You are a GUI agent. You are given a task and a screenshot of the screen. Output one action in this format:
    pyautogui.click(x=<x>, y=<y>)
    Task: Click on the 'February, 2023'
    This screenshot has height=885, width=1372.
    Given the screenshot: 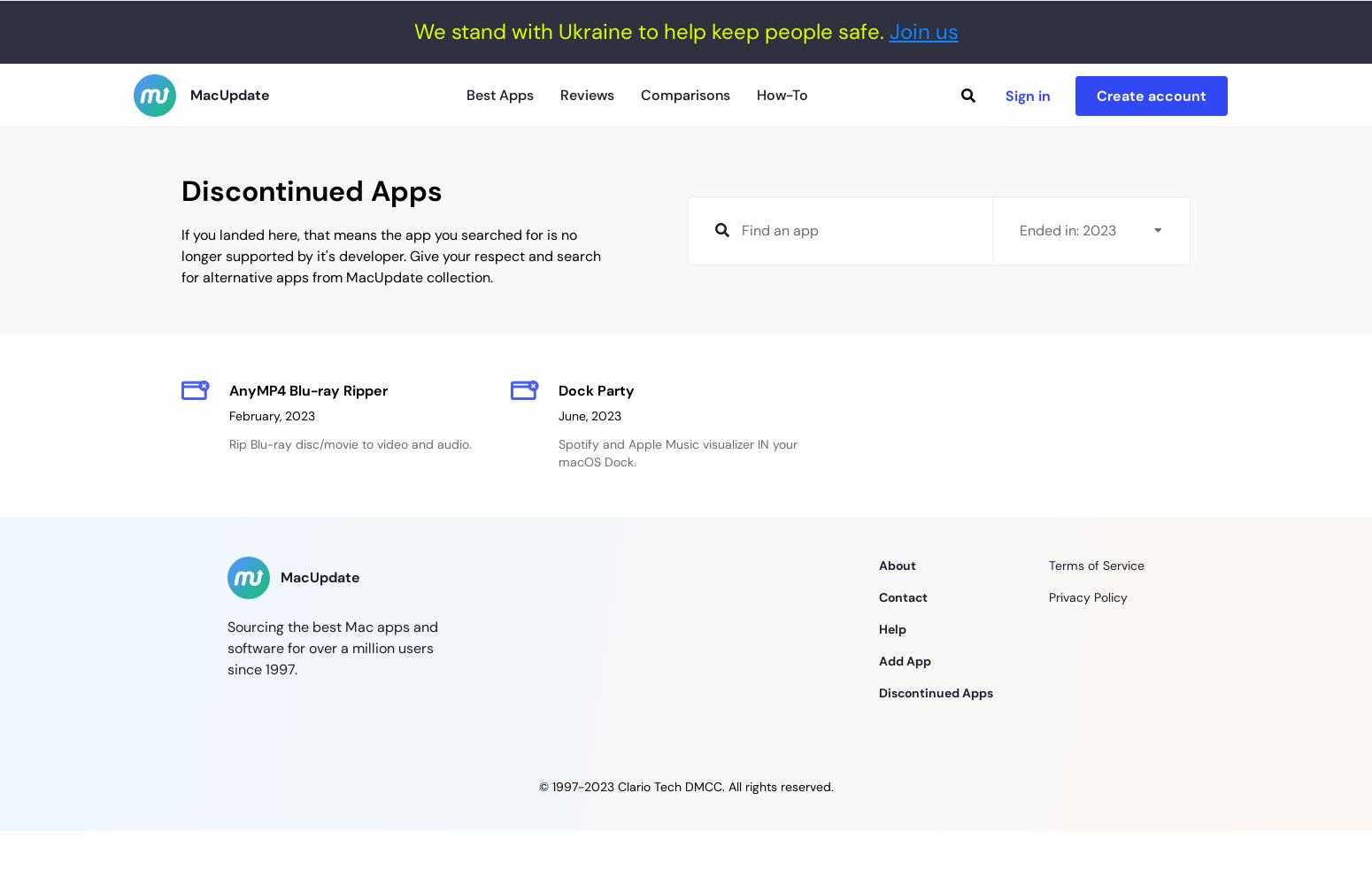 What is the action you would take?
    pyautogui.click(x=272, y=415)
    